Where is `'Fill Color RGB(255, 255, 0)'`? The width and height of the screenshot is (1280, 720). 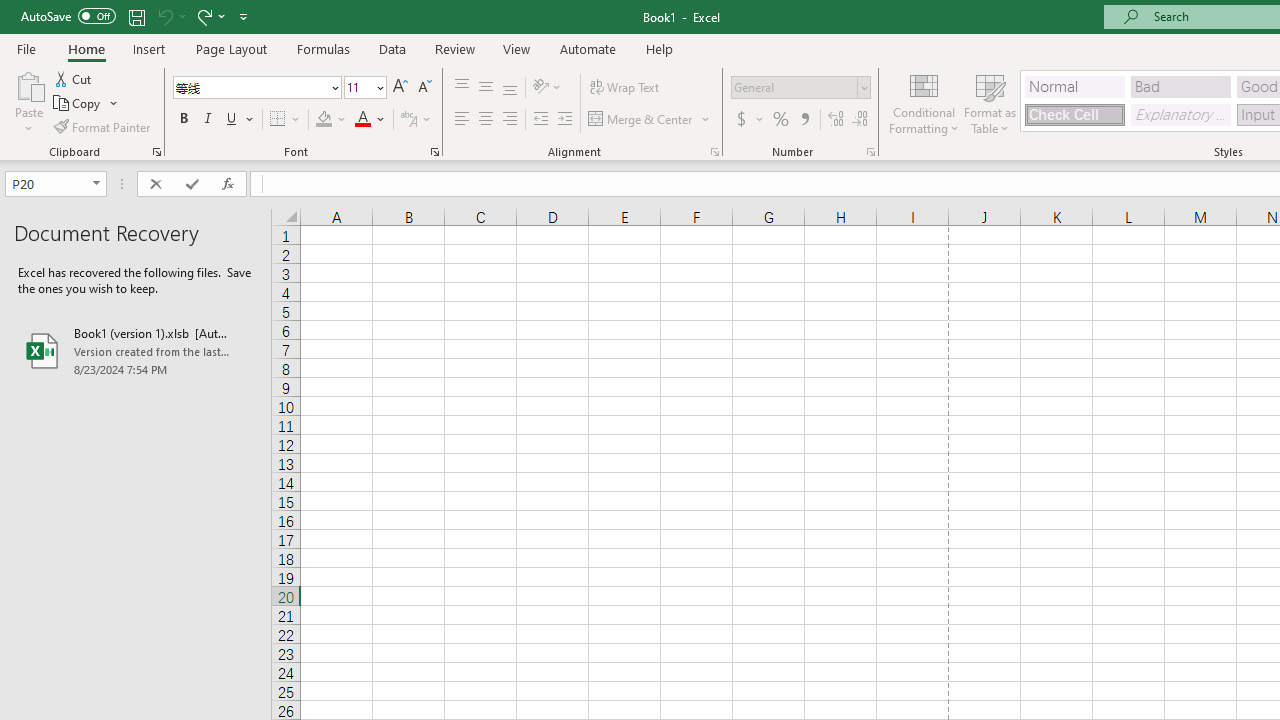 'Fill Color RGB(255, 255, 0)' is located at coordinates (324, 119).